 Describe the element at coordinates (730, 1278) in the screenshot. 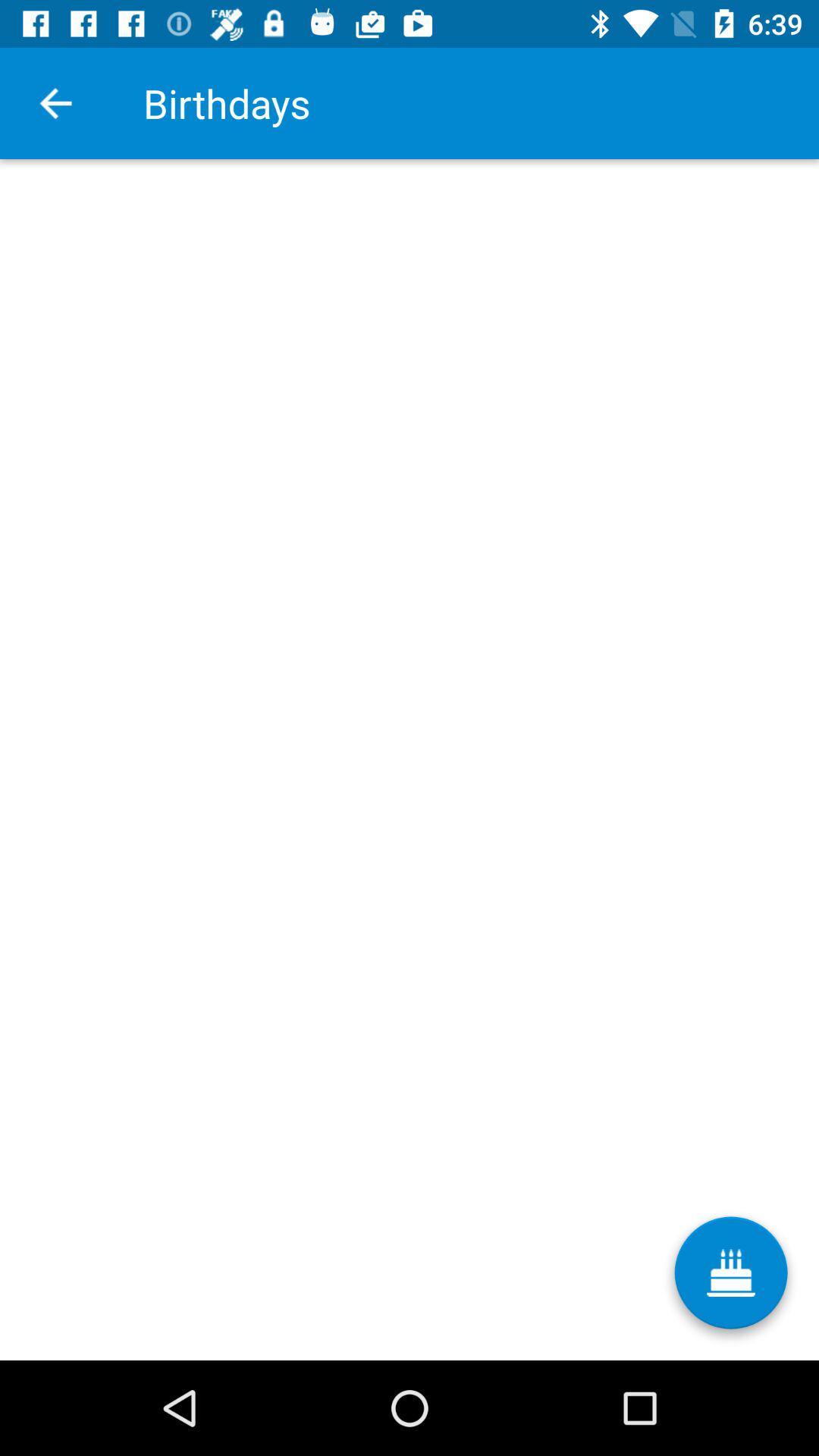

I see `the item at the bottom right corner` at that location.